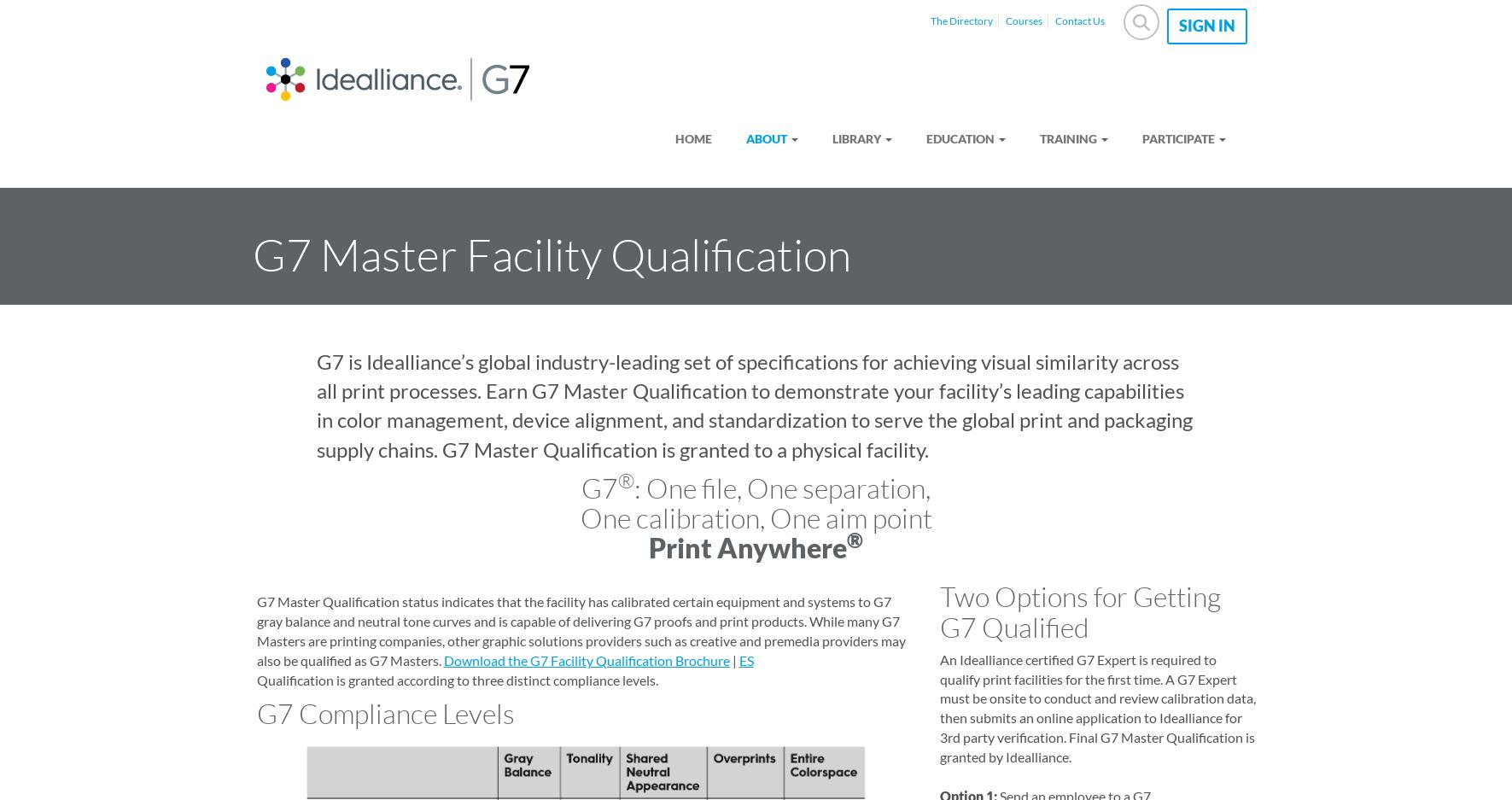 Image resolution: width=1512 pixels, height=800 pixels. Describe the element at coordinates (766, 137) in the screenshot. I see `'About'` at that location.